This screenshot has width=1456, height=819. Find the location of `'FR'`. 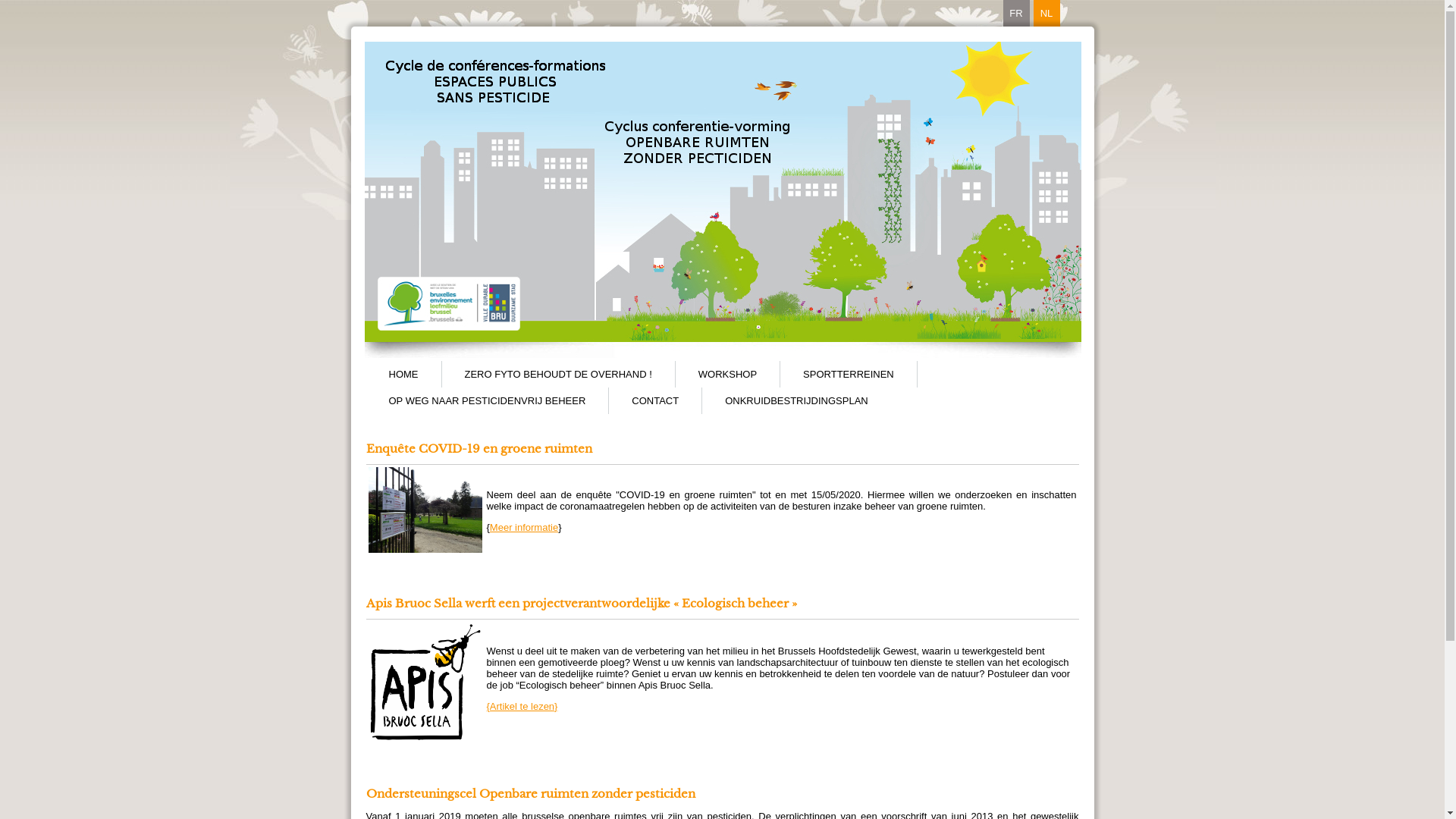

'FR' is located at coordinates (1002, 13).